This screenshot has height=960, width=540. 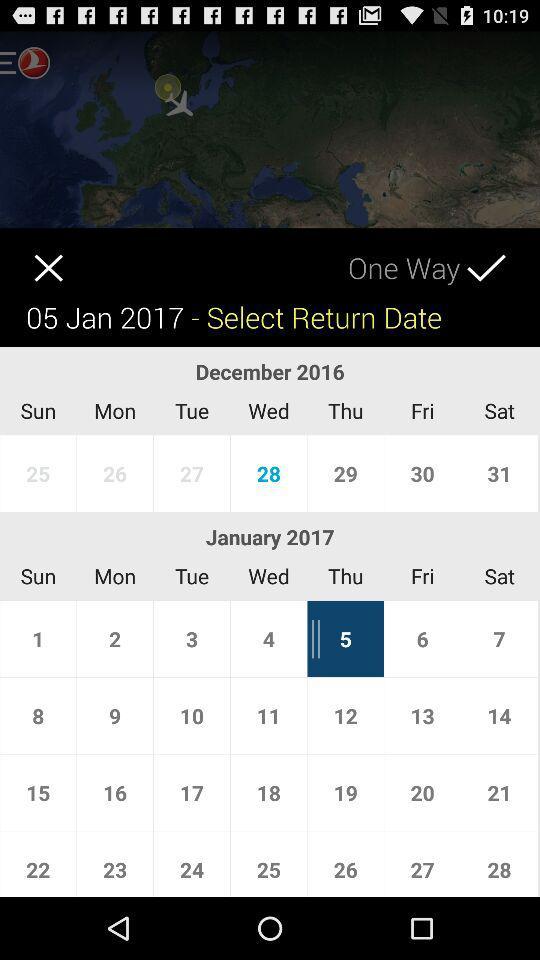 What do you see at coordinates (30, 271) in the screenshot?
I see `the close icon` at bounding box center [30, 271].